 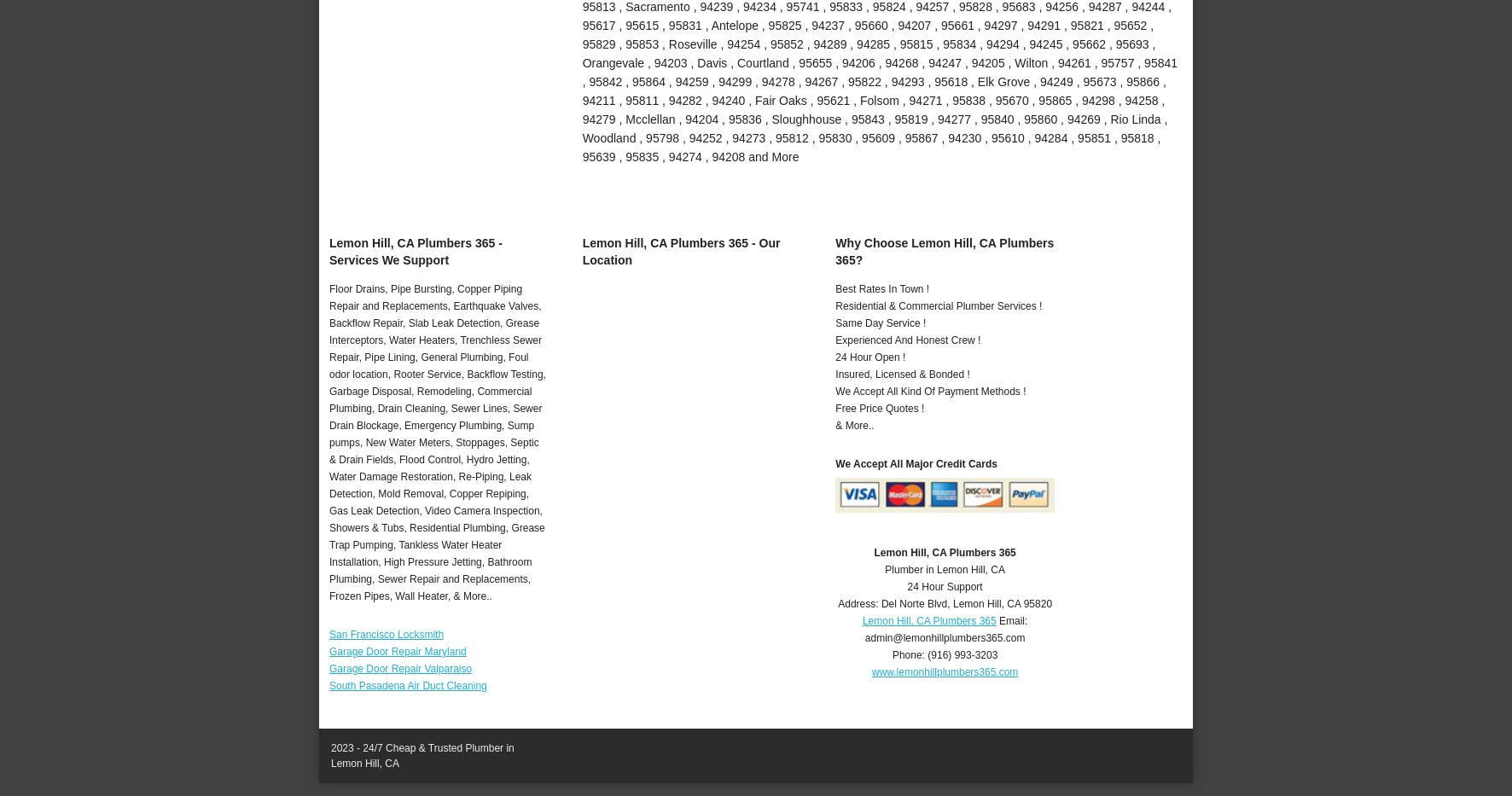 I want to click on '2023 - 24/7 Cheap & Trusted Plumber in Lemon Hill, CA', so click(x=421, y=755).